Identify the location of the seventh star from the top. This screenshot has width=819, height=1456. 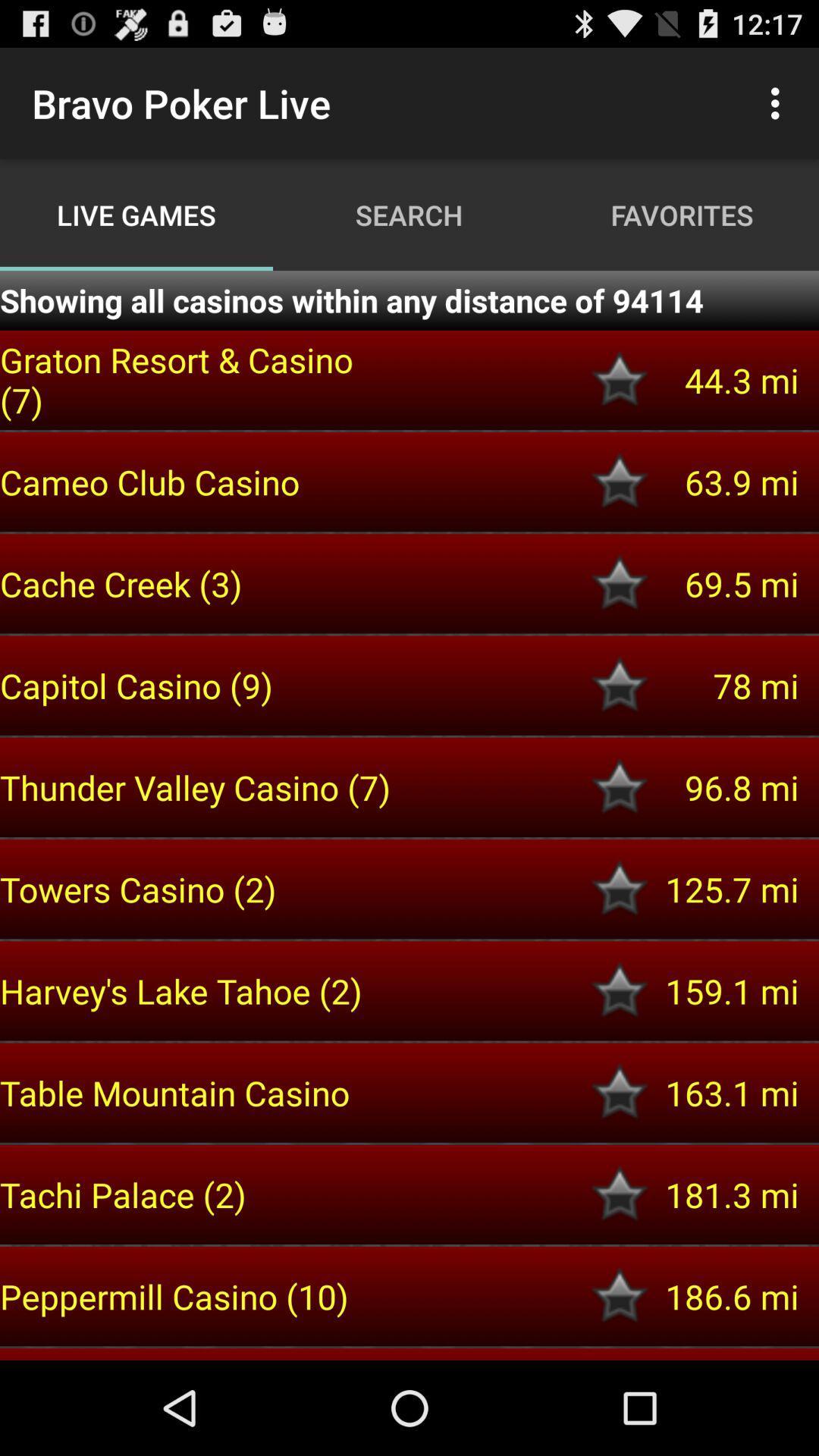
(620, 990).